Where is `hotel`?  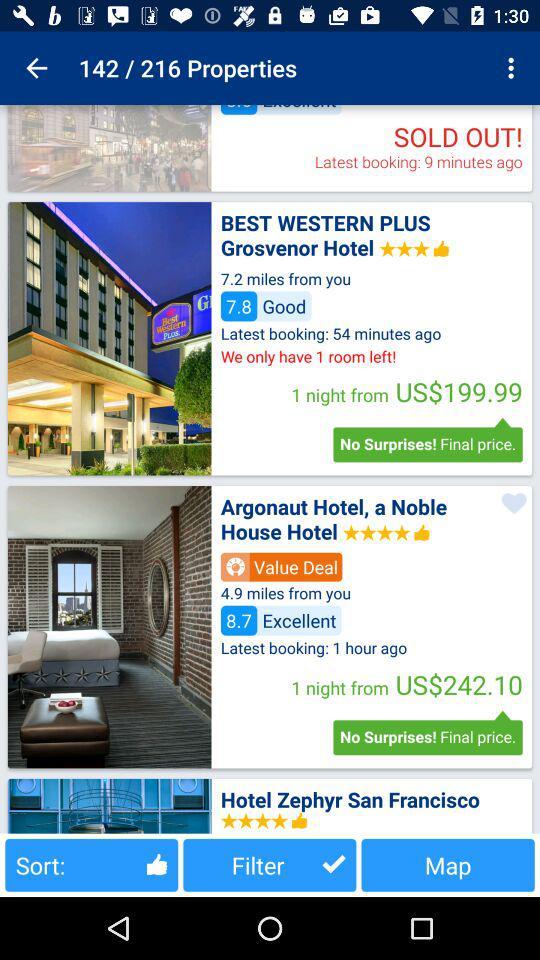 hotel is located at coordinates (109, 626).